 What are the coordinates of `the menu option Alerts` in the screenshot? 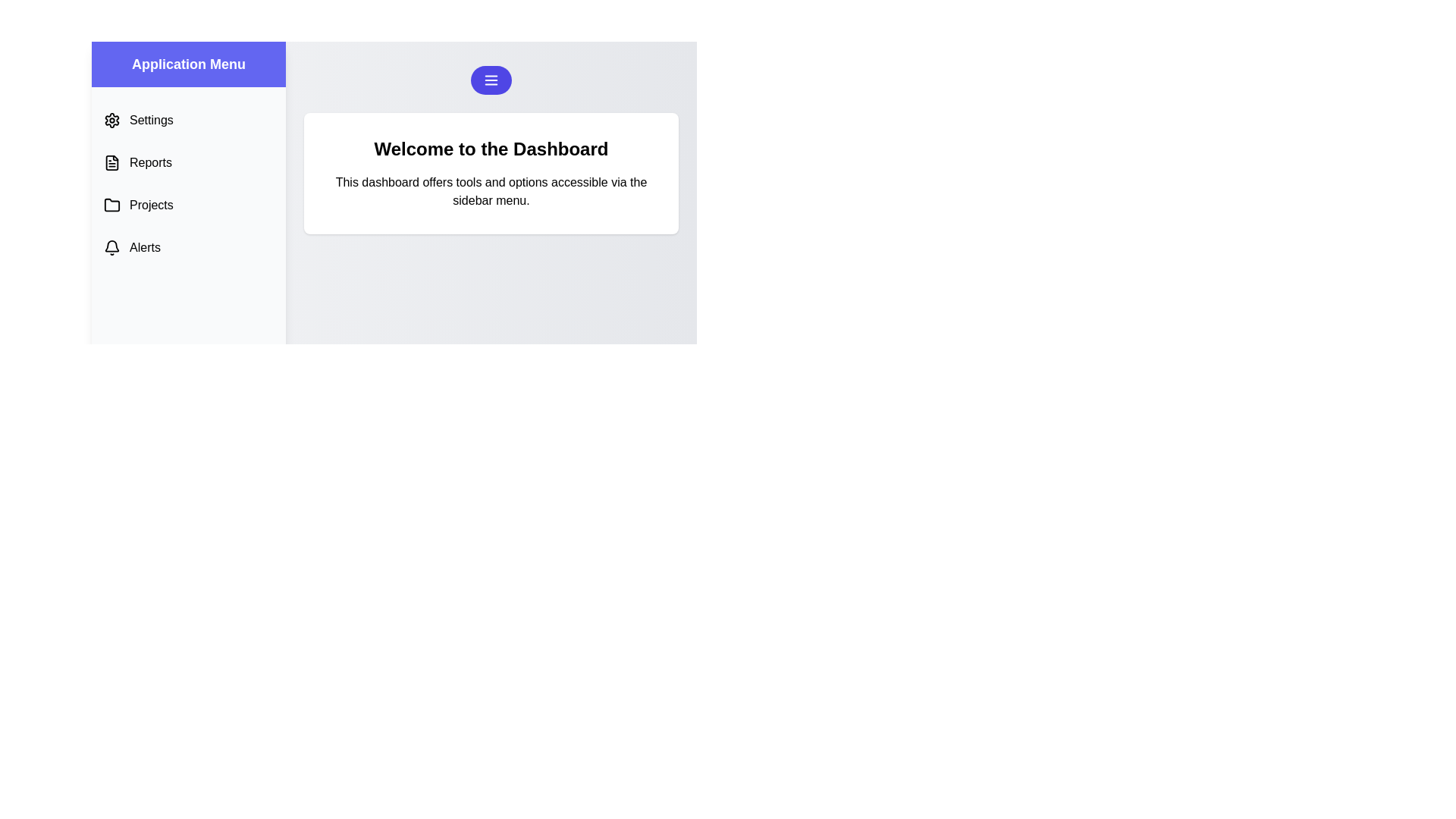 It's located at (188, 247).